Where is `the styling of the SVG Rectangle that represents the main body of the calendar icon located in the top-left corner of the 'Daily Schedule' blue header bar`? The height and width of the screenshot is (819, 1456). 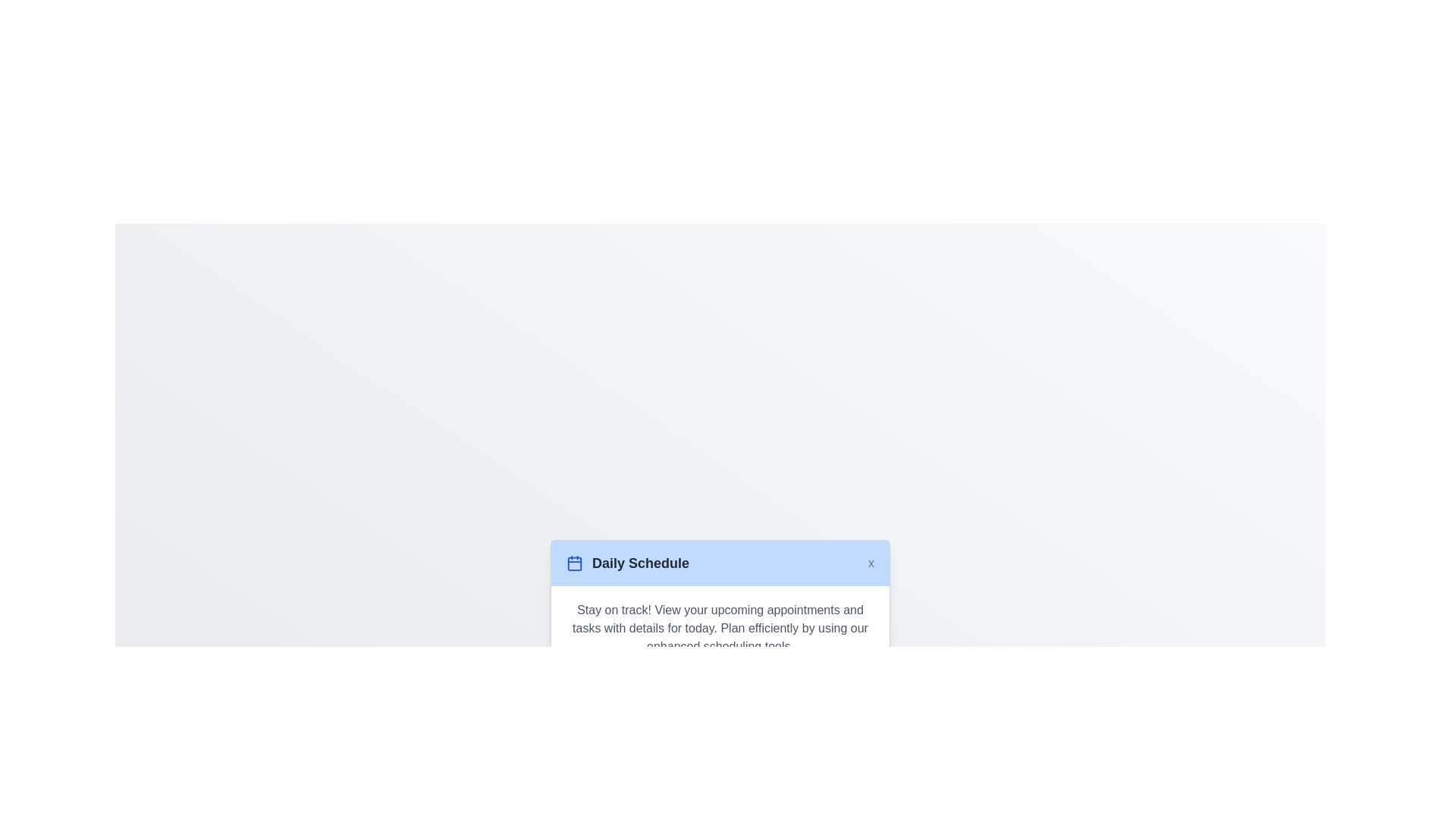
the styling of the SVG Rectangle that represents the main body of the calendar icon located in the top-left corner of the 'Daily Schedule' blue header bar is located at coordinates (574, 563).